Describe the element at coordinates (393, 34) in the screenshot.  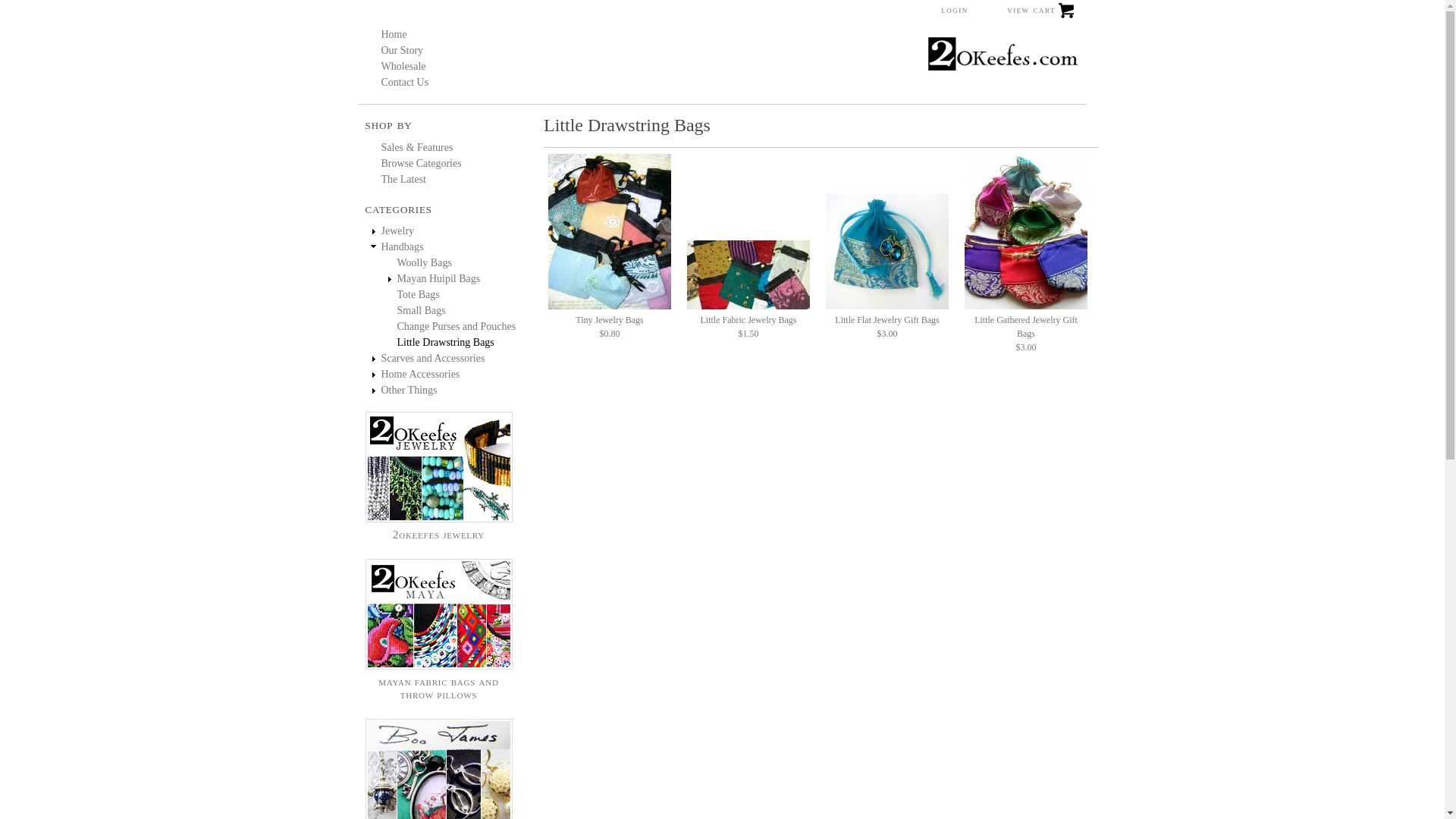
I see `'Home'` at that location.